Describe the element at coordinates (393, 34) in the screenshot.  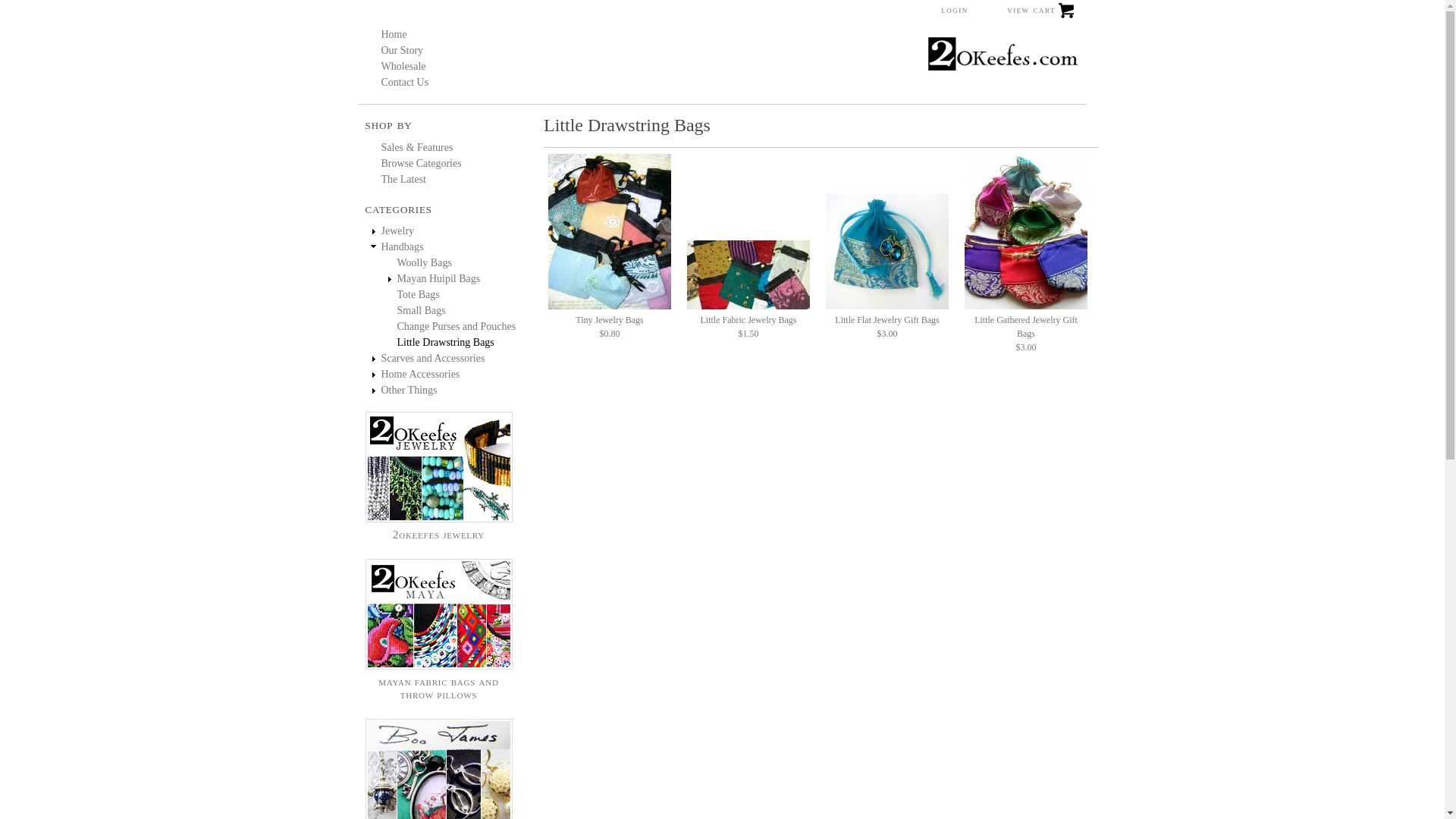
I see `'Home'` at that location.